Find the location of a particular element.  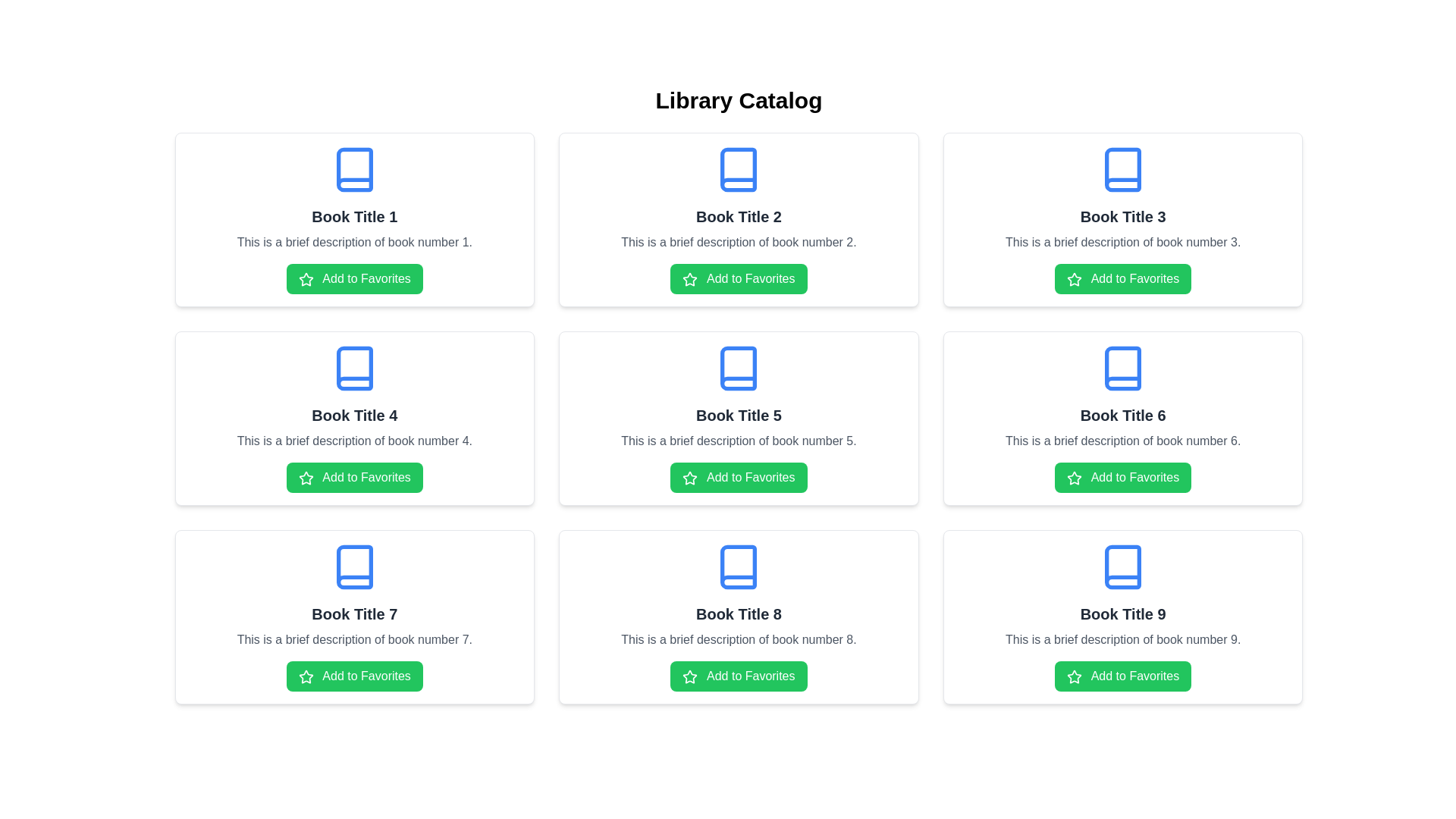

the star-shaped icon that signifies the 'Add to Favorites' action, which is part of the button labeled 'Add to Favorites' located next to 'Book Title 5' is located at coordinates (689, 478).